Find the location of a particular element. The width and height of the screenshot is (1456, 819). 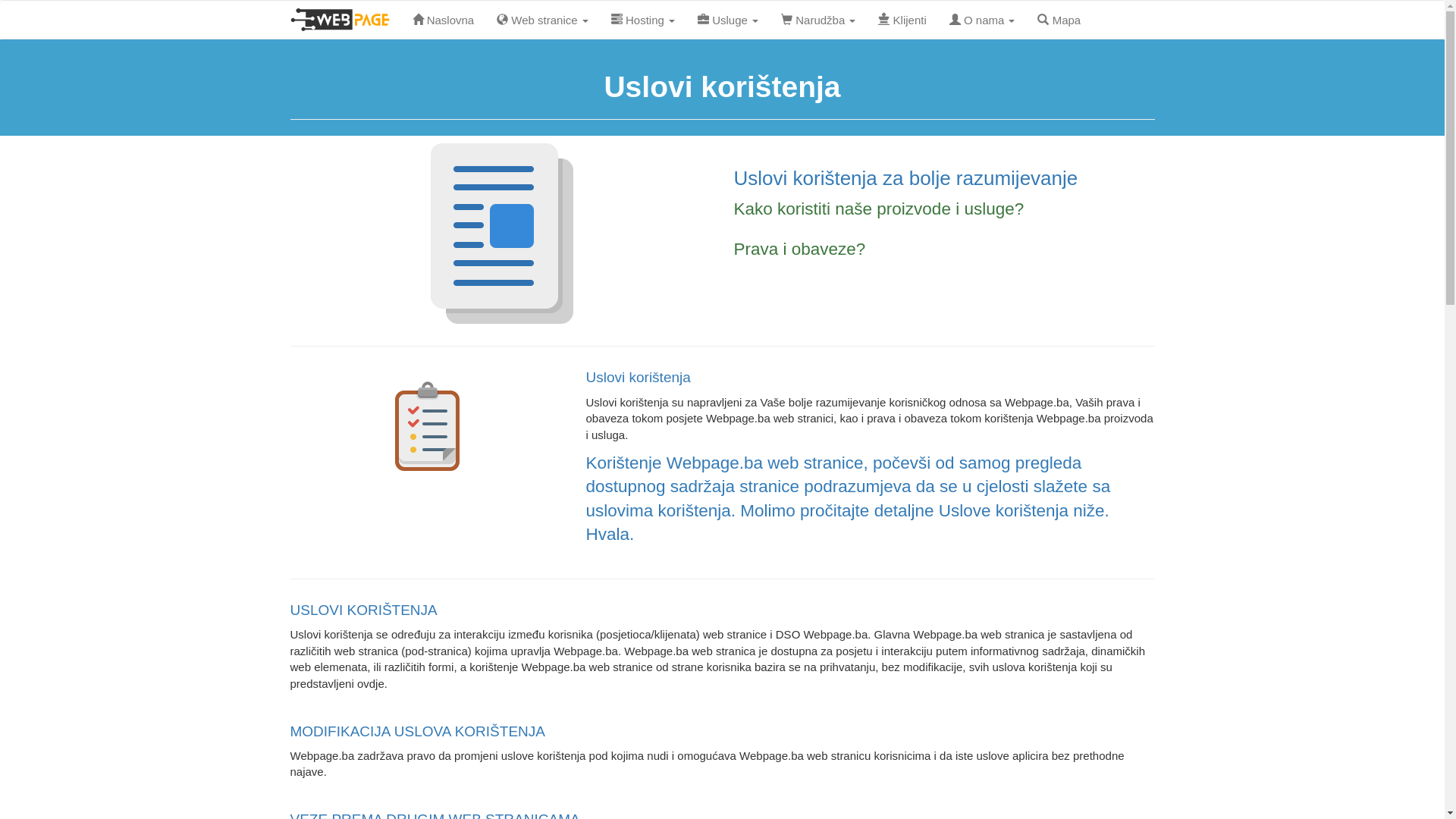

'Usluge' is located at coordinates (728, 20).